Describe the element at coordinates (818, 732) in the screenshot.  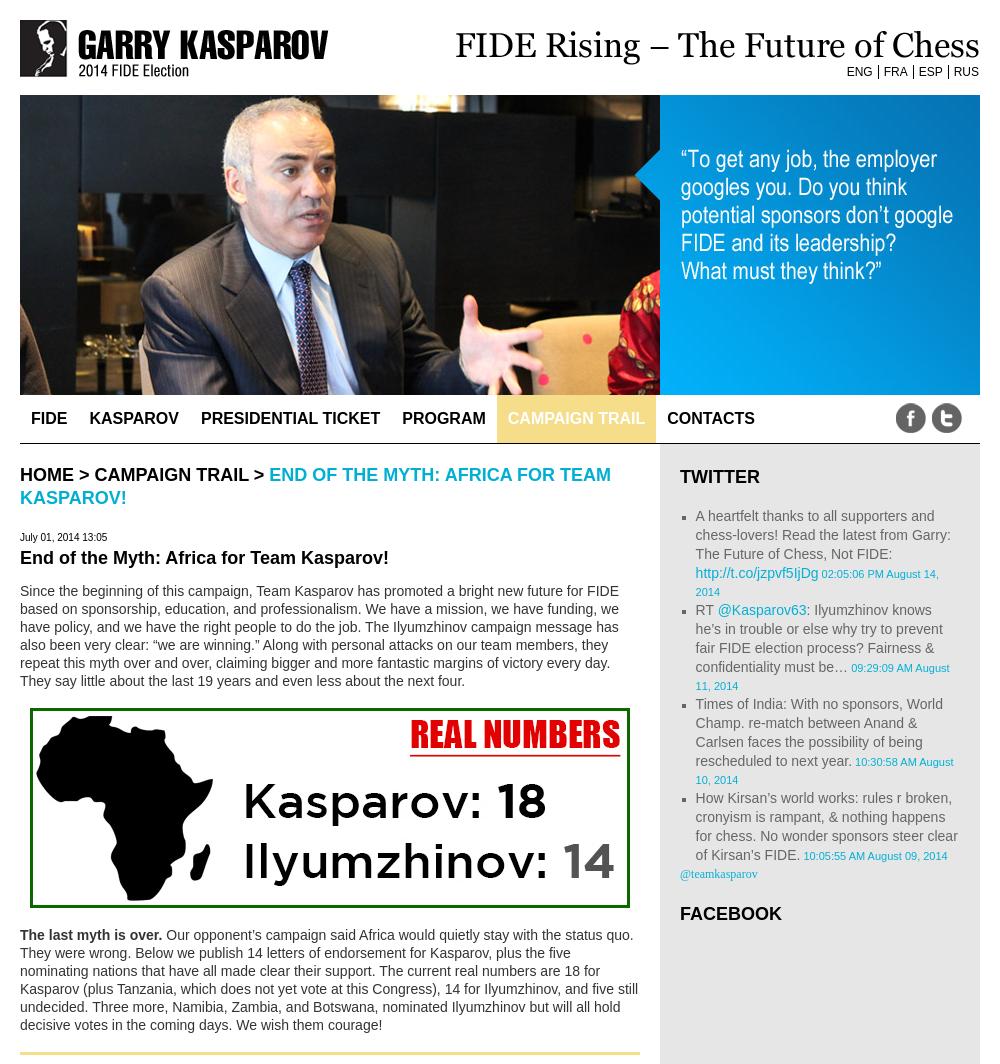
I see `'Times of India: With no sponsors, World Champ. re-match between Anand & Carlsen faces the possibility of being rescheduled to next year.'` at that location.